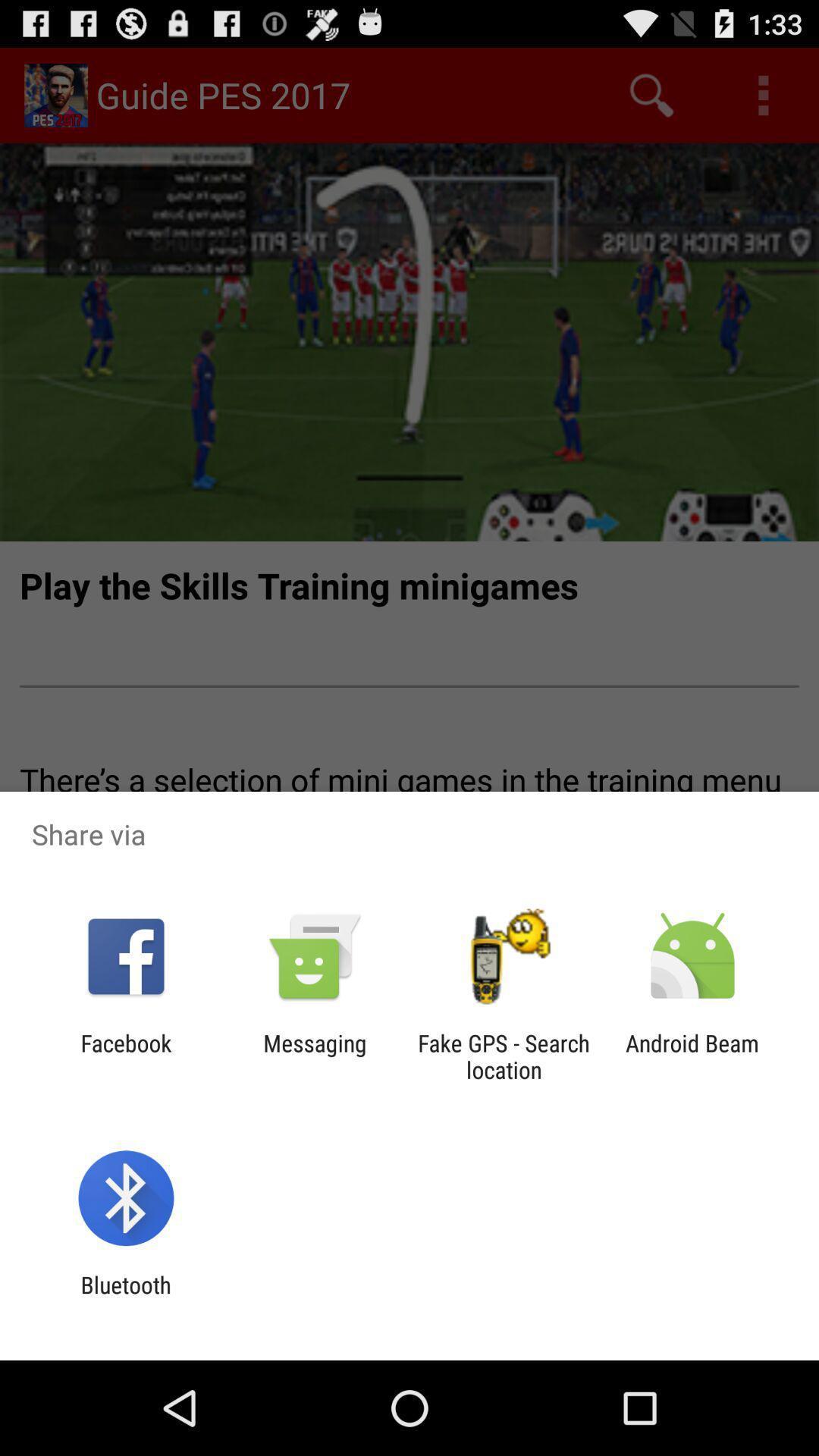  What do you see at coordinates (504, 1056) in the screenshot?
I see `icon to the right of the messaging item` at bounding box center [504, 1056].